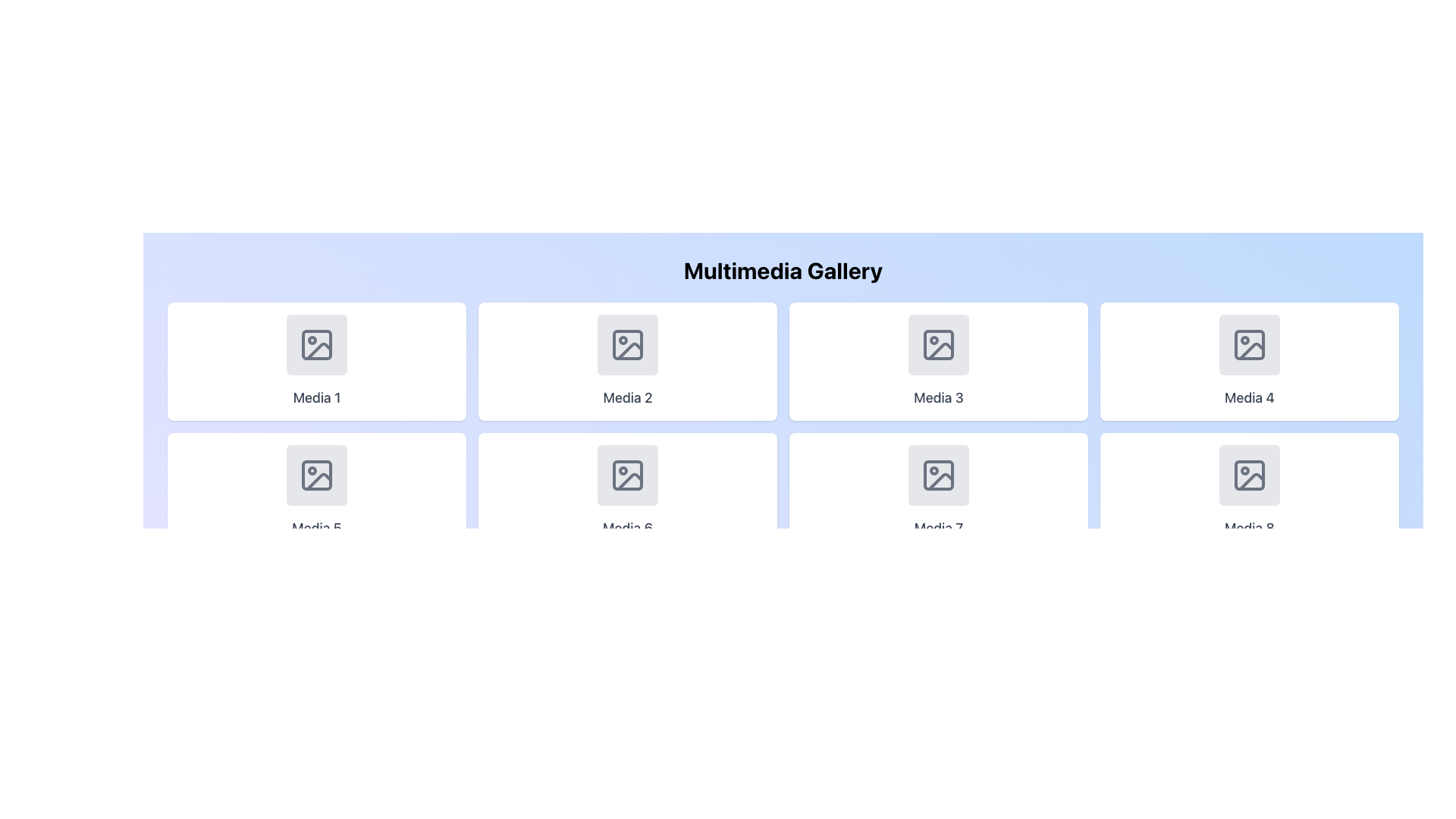 Image resolution: width=1456 pixels, height=819 pixels. Describe the element at coordinates (628, 475) in the screenshot. I see `the multimedia gallery icon that resembles a simplified image placeholder with a gray border` at that location.